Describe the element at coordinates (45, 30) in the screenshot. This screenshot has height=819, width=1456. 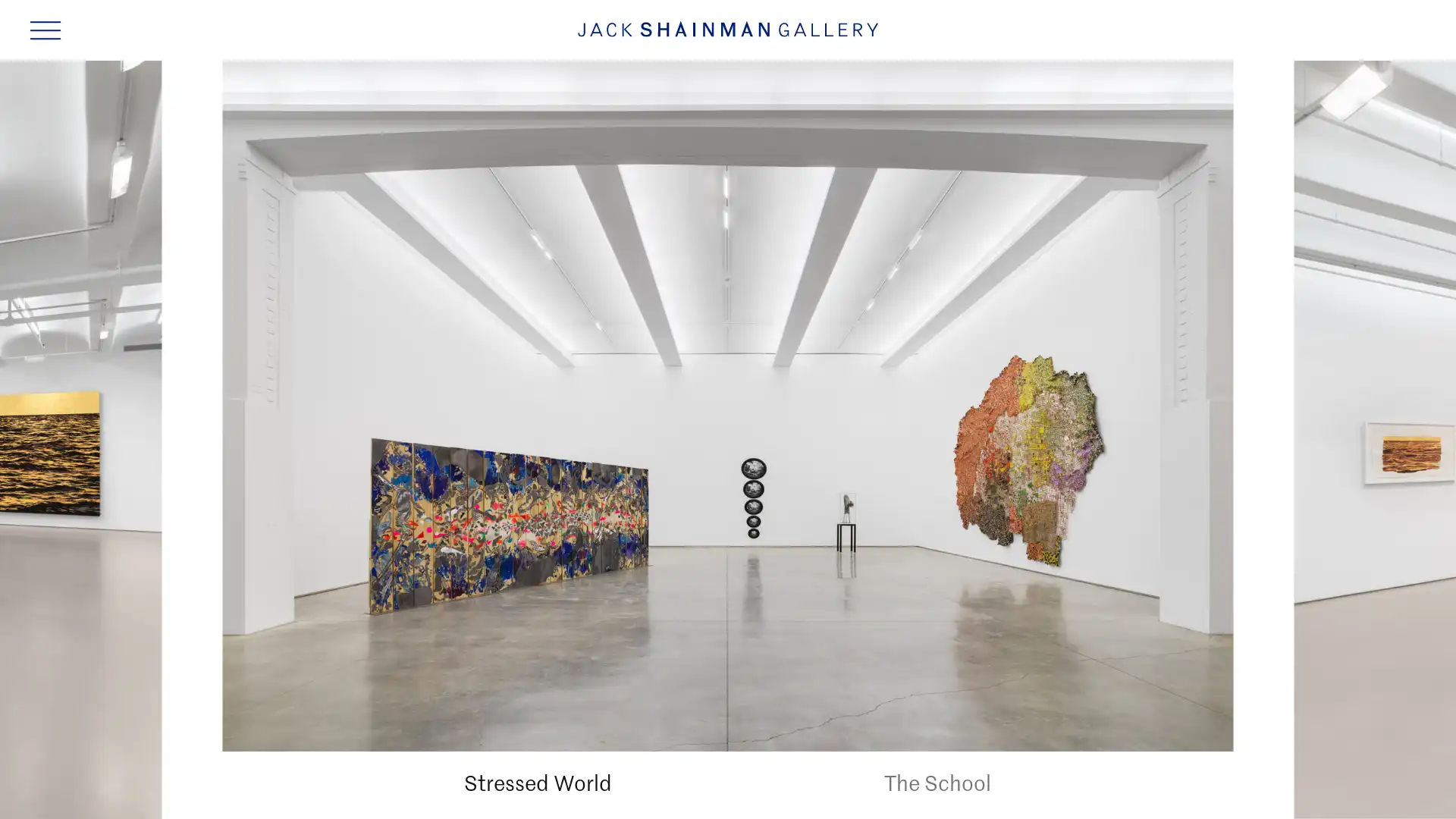
I see `Navigation Toggle` at that location.